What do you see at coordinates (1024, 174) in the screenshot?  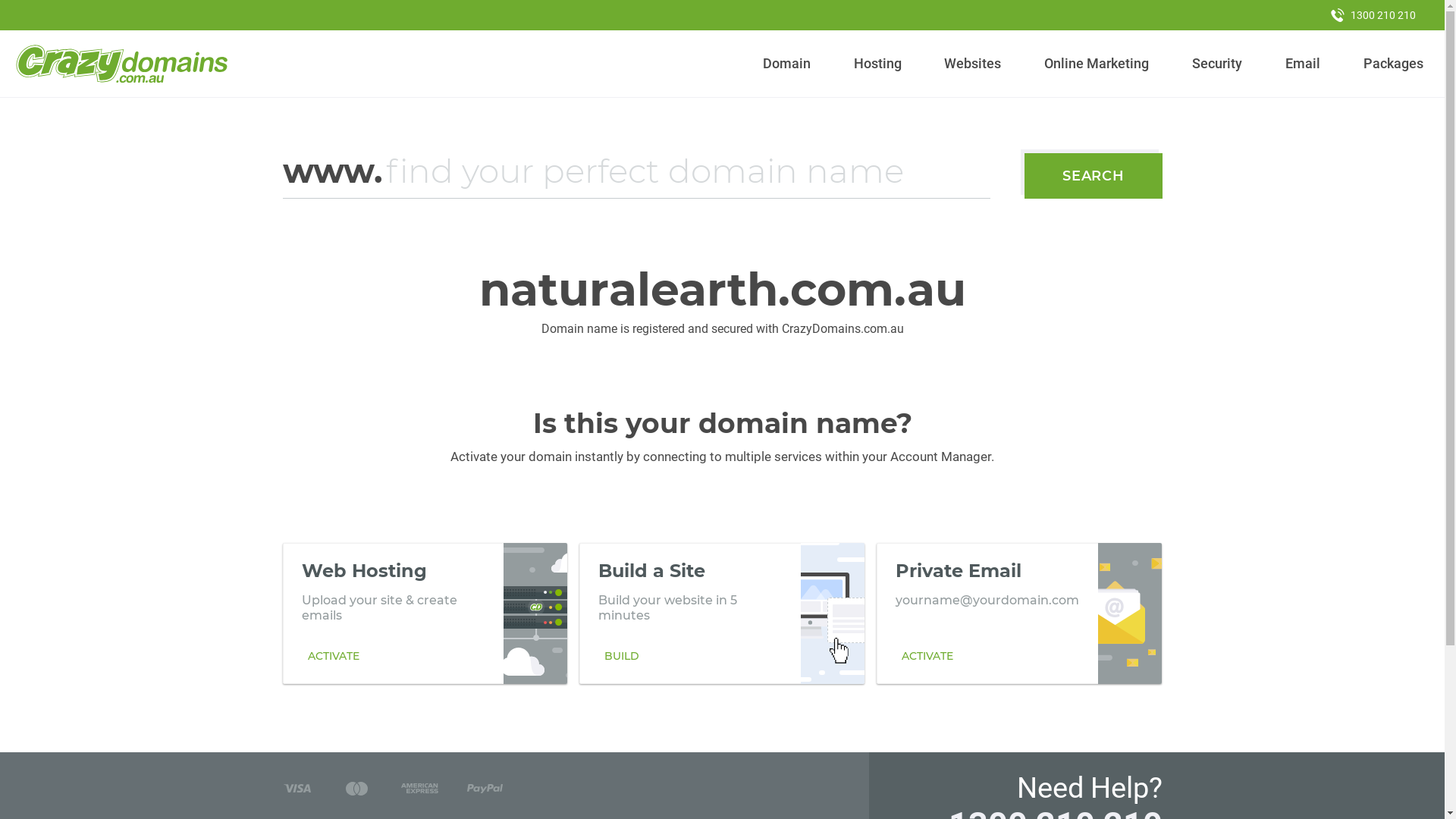 I see `'SEARCH'` at bounding box center [1024, 174].